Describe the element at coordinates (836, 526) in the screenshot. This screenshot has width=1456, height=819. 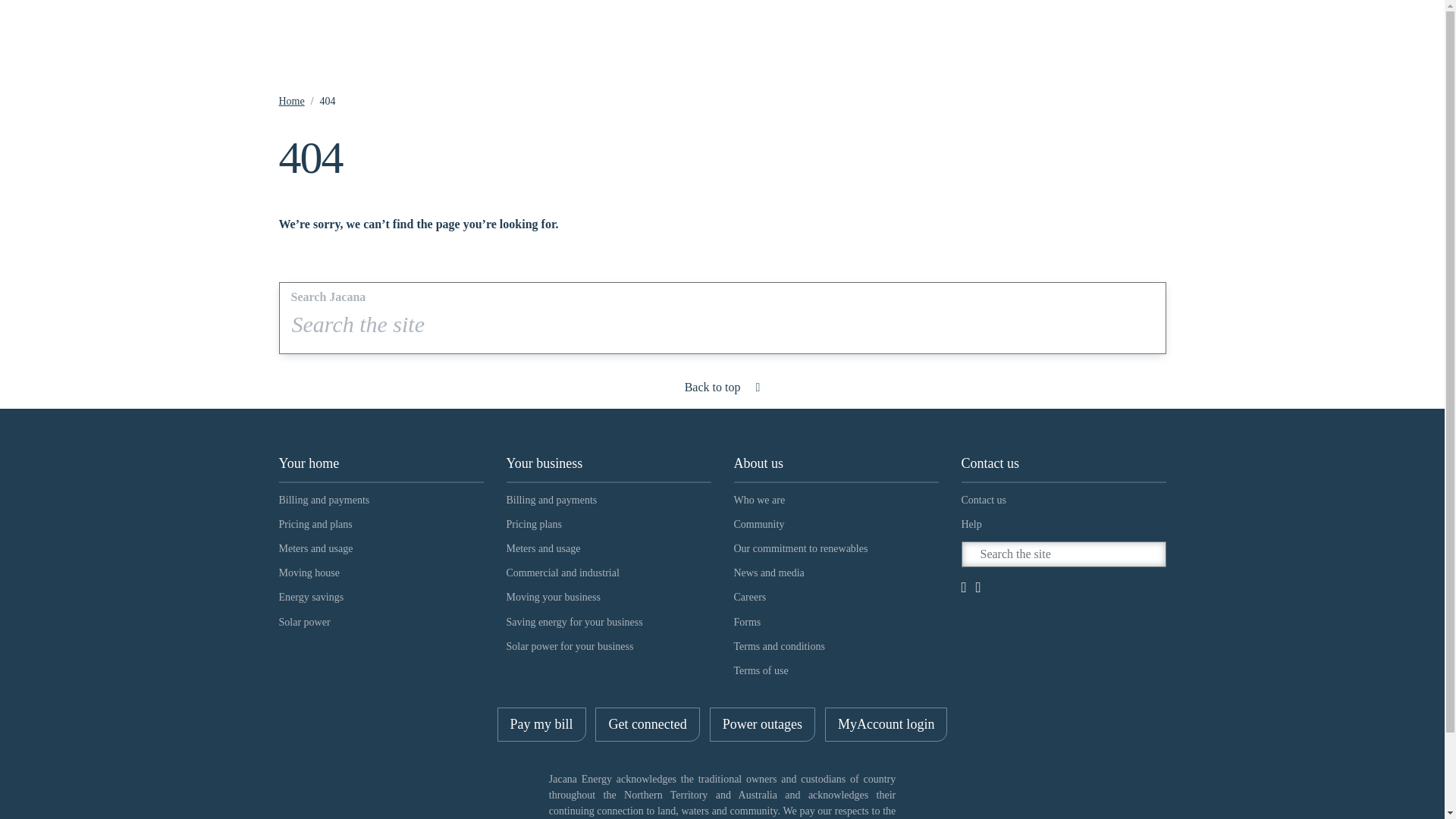
I see `'Community'` at that location.